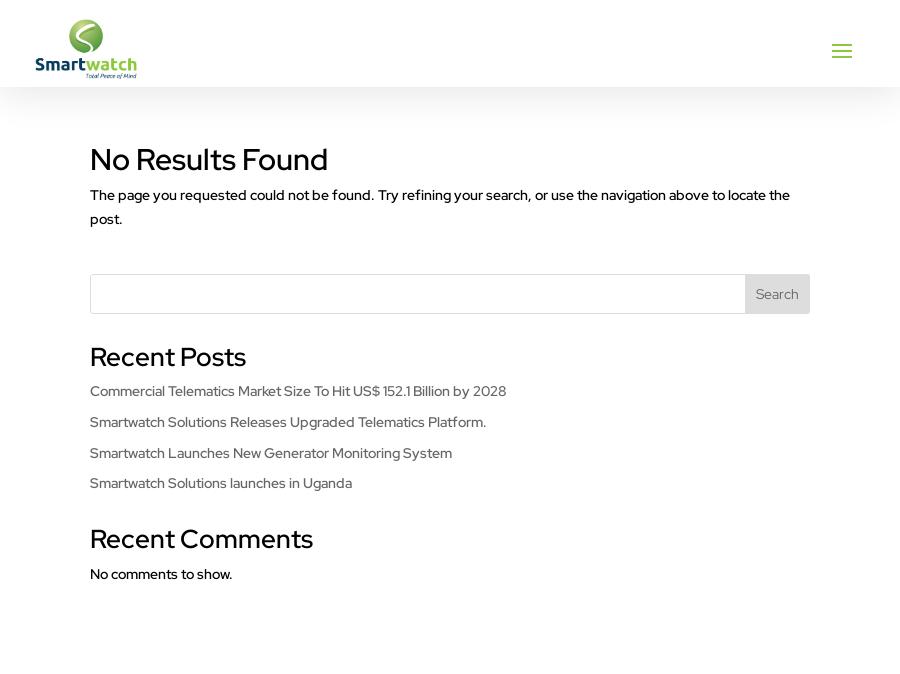 The width and height of the screenshot is (900, 674). Describe the element at coordinates (89, 157) in the screenshot. I see `'No Results Found'` at that location.